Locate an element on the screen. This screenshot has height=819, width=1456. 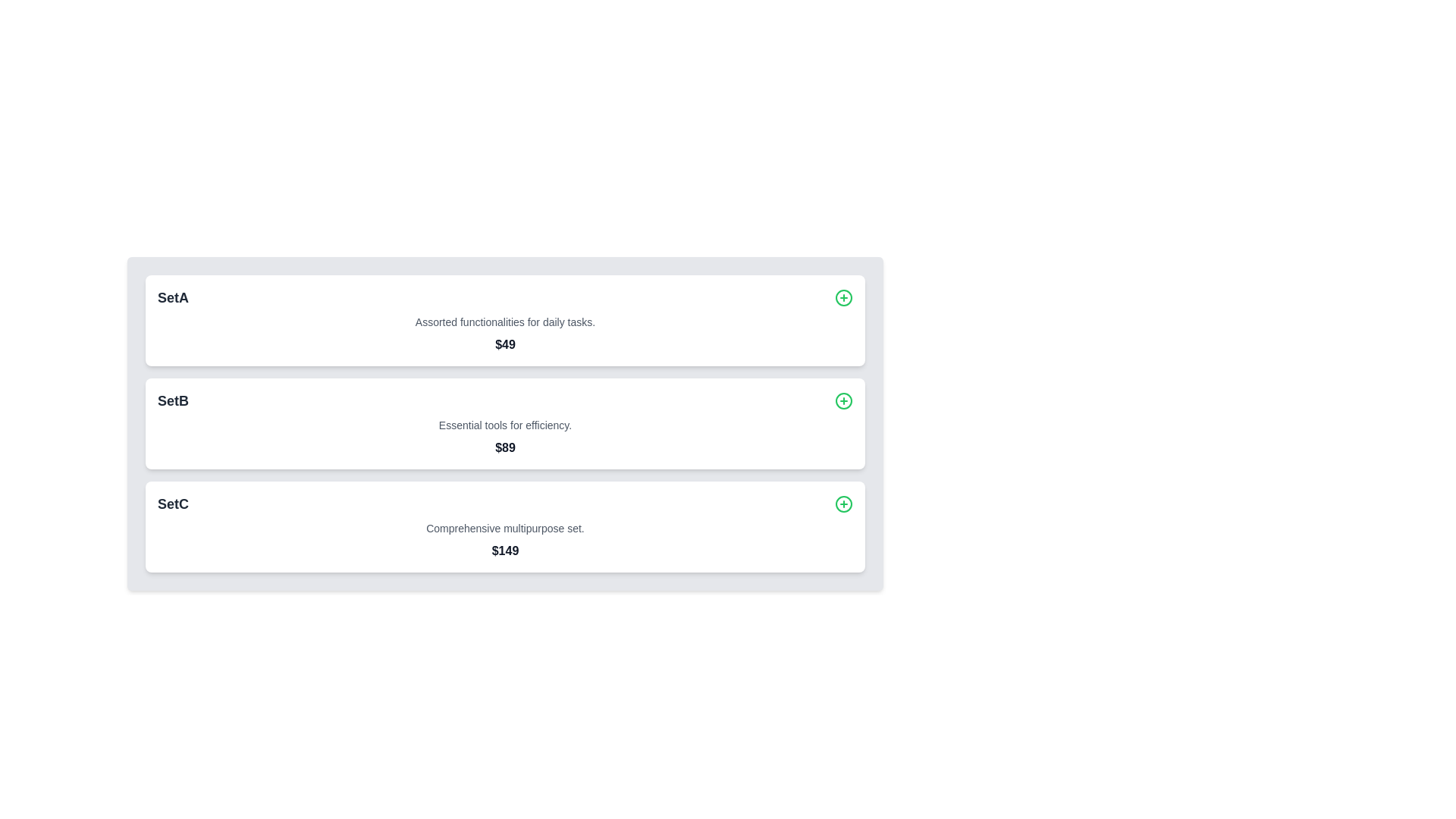
descriptive text label that contains 'Comprehensive multipurpose set.' located beneath the title 'SetC' and above the price '$149' is located at coordinates (505, 528).